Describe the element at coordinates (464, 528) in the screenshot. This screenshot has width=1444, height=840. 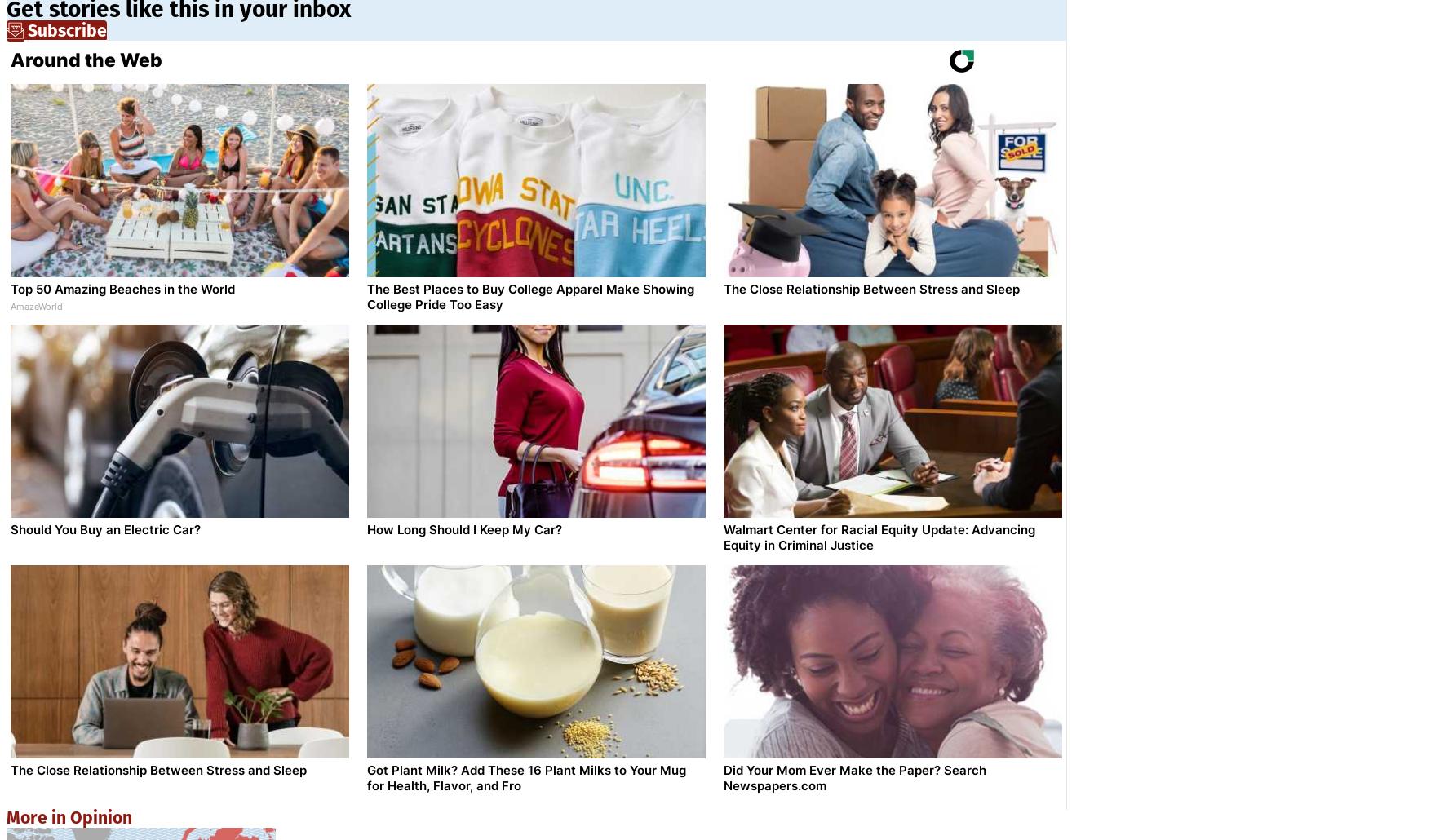
I see `'How Long Should I Keep My Car?'` at that location.